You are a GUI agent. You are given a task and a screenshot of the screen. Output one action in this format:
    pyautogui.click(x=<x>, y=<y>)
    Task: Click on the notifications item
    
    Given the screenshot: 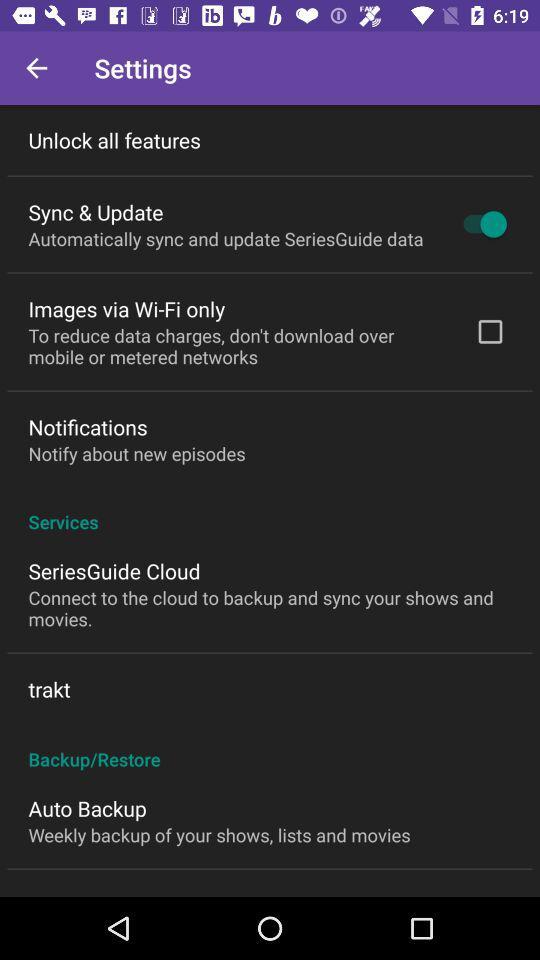 What is the action you would take?
    pyautogui.click(x=87, y=427)
    